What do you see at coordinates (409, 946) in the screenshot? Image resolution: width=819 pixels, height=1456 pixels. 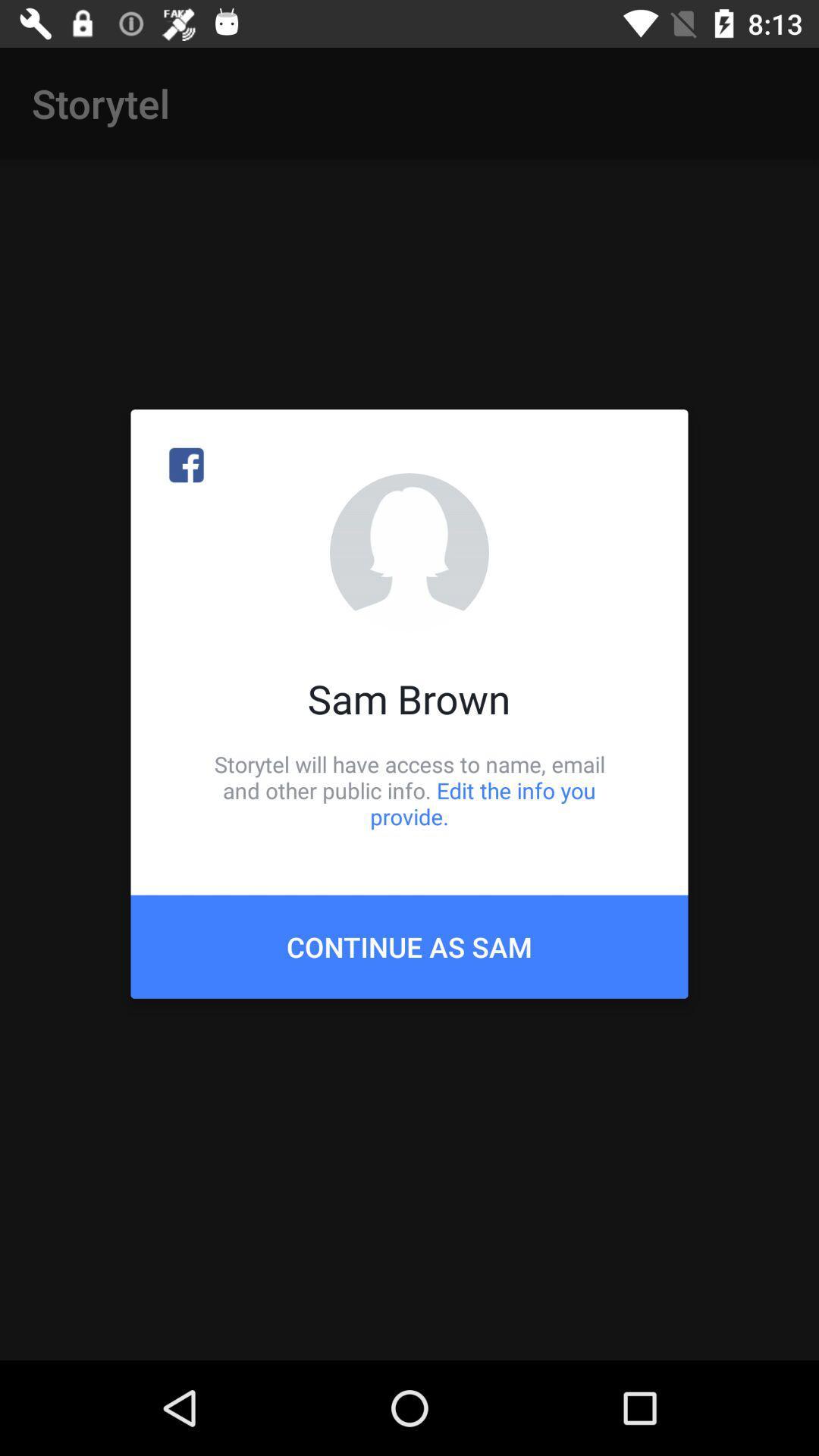 I see `the icon below storytel will have item` at bounding box center [409, 946].